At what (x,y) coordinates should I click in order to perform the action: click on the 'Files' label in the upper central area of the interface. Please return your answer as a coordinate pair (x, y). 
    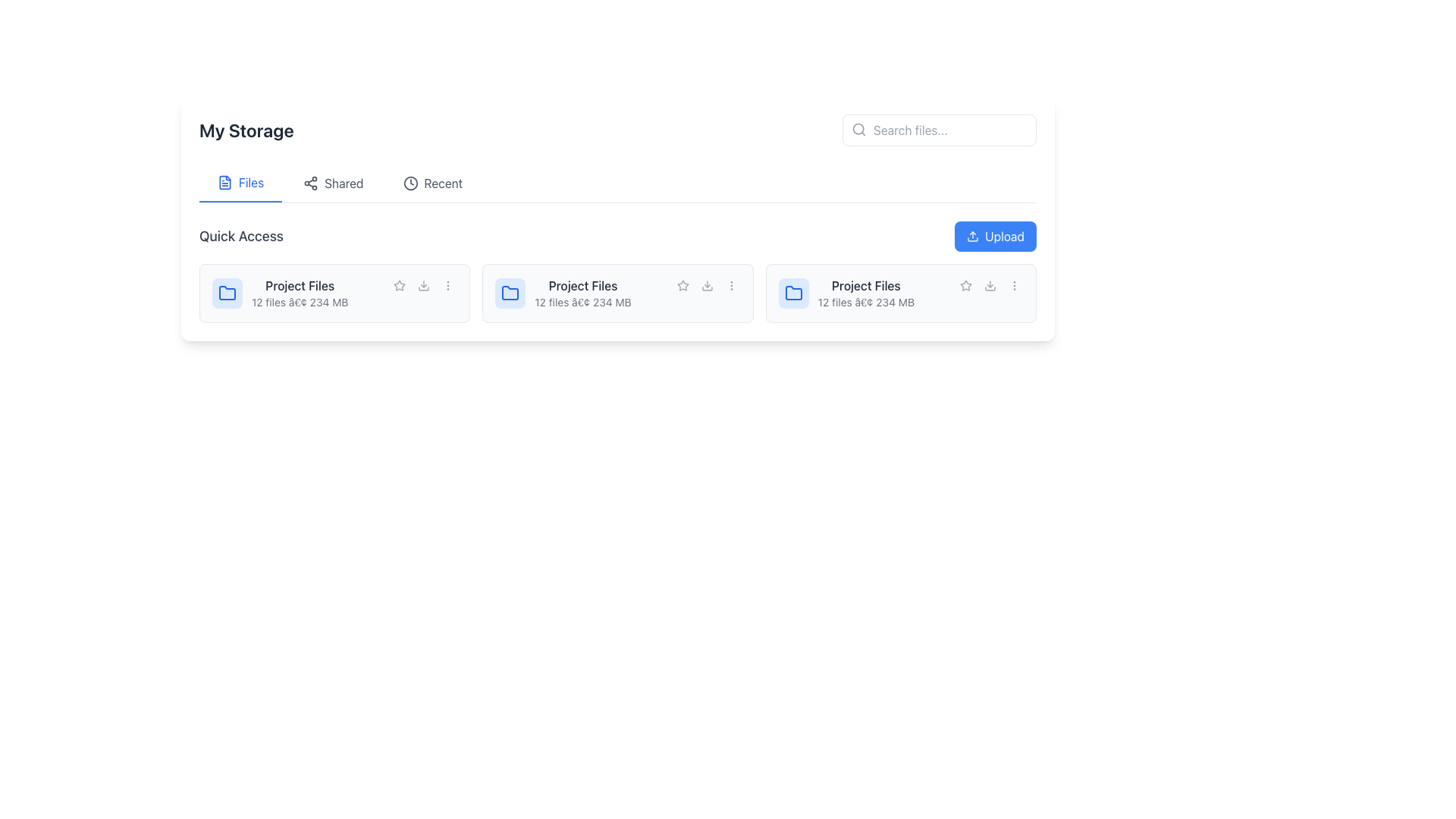
    Looking at the image, I should click on (251, 181).